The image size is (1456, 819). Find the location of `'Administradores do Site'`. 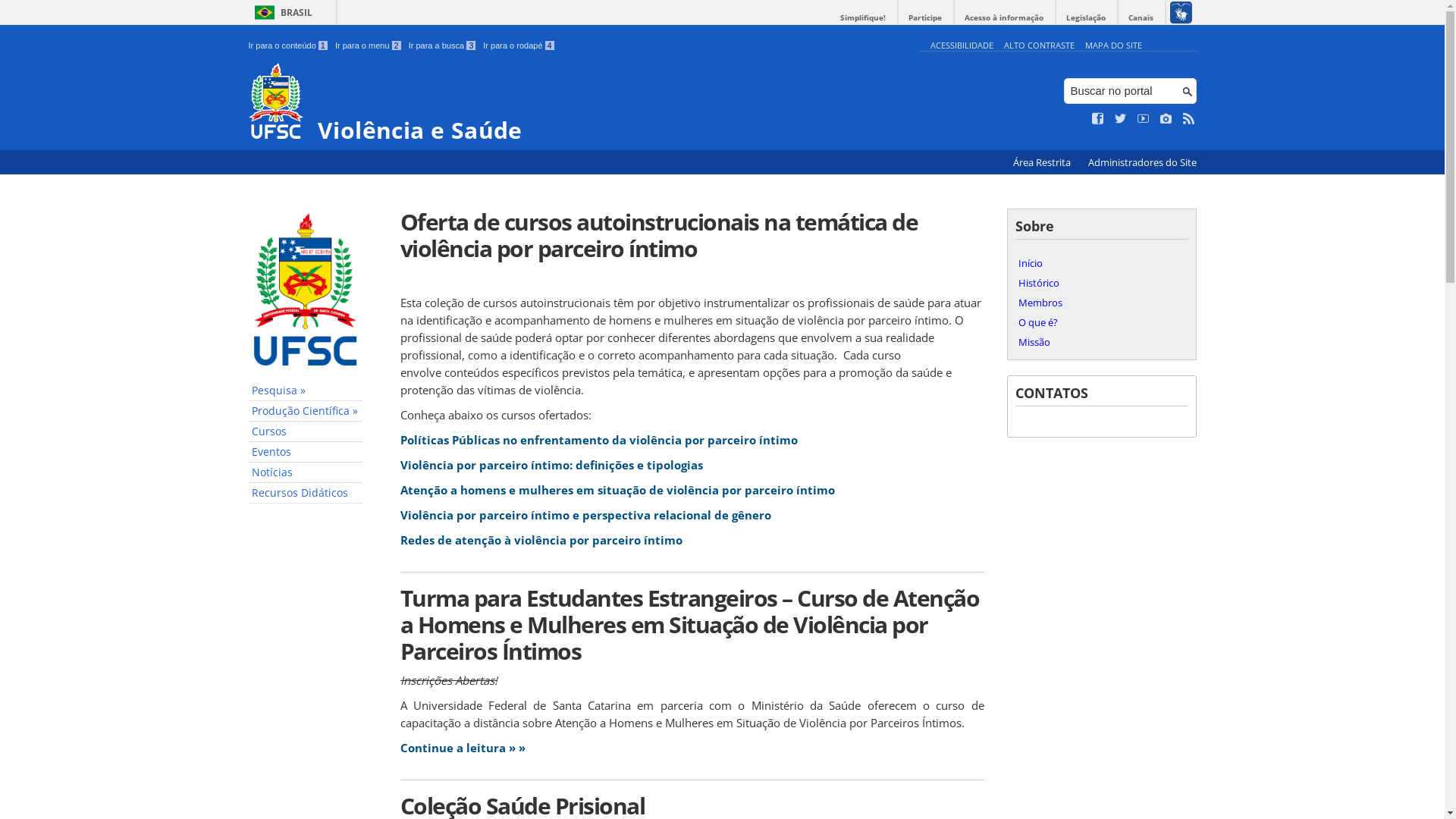

'Administradores do Site' is located at coordinates (1141, 162).